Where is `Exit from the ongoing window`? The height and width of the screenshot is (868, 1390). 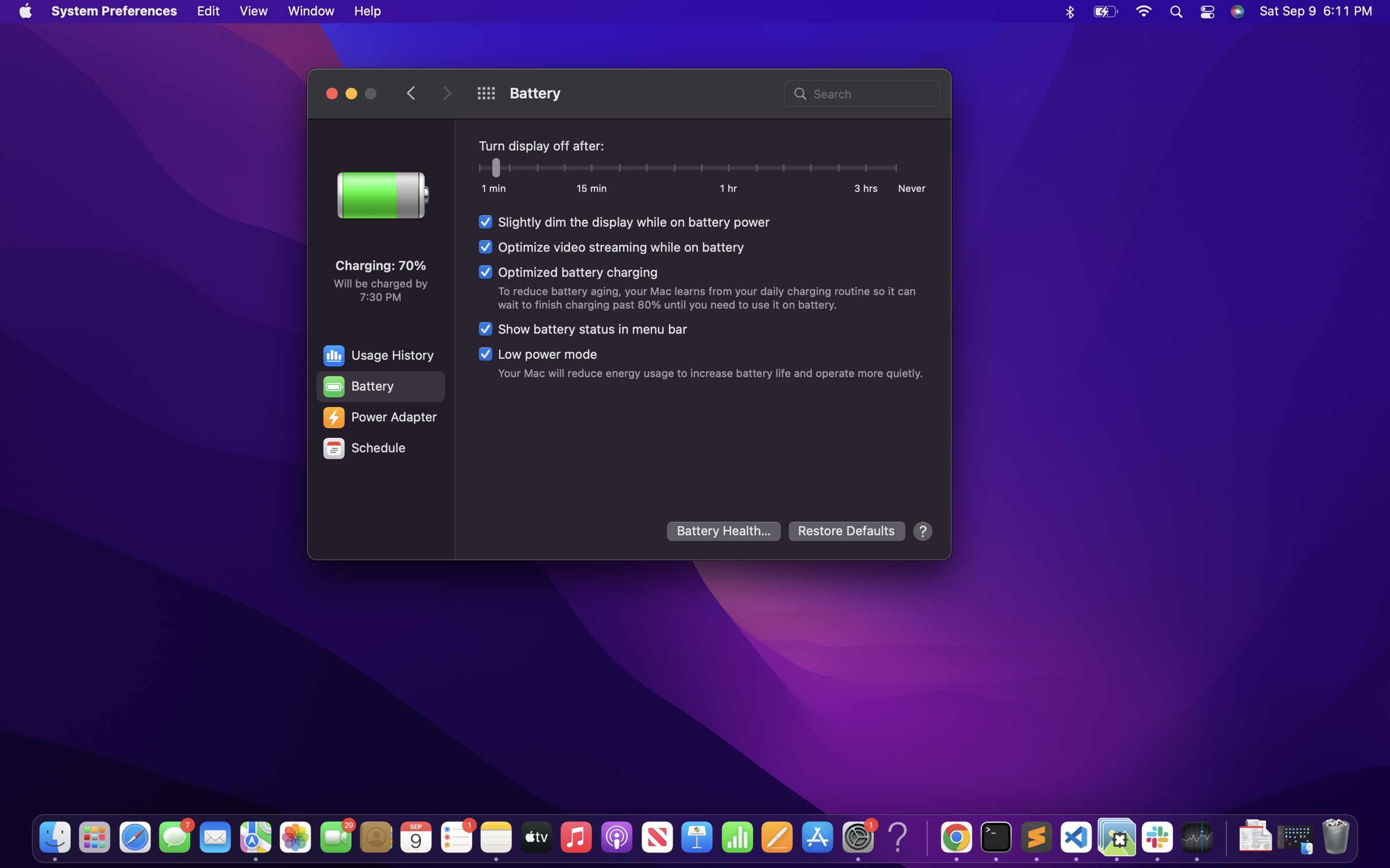 Exit from the ongoing window is located at coordinates (331, 92).